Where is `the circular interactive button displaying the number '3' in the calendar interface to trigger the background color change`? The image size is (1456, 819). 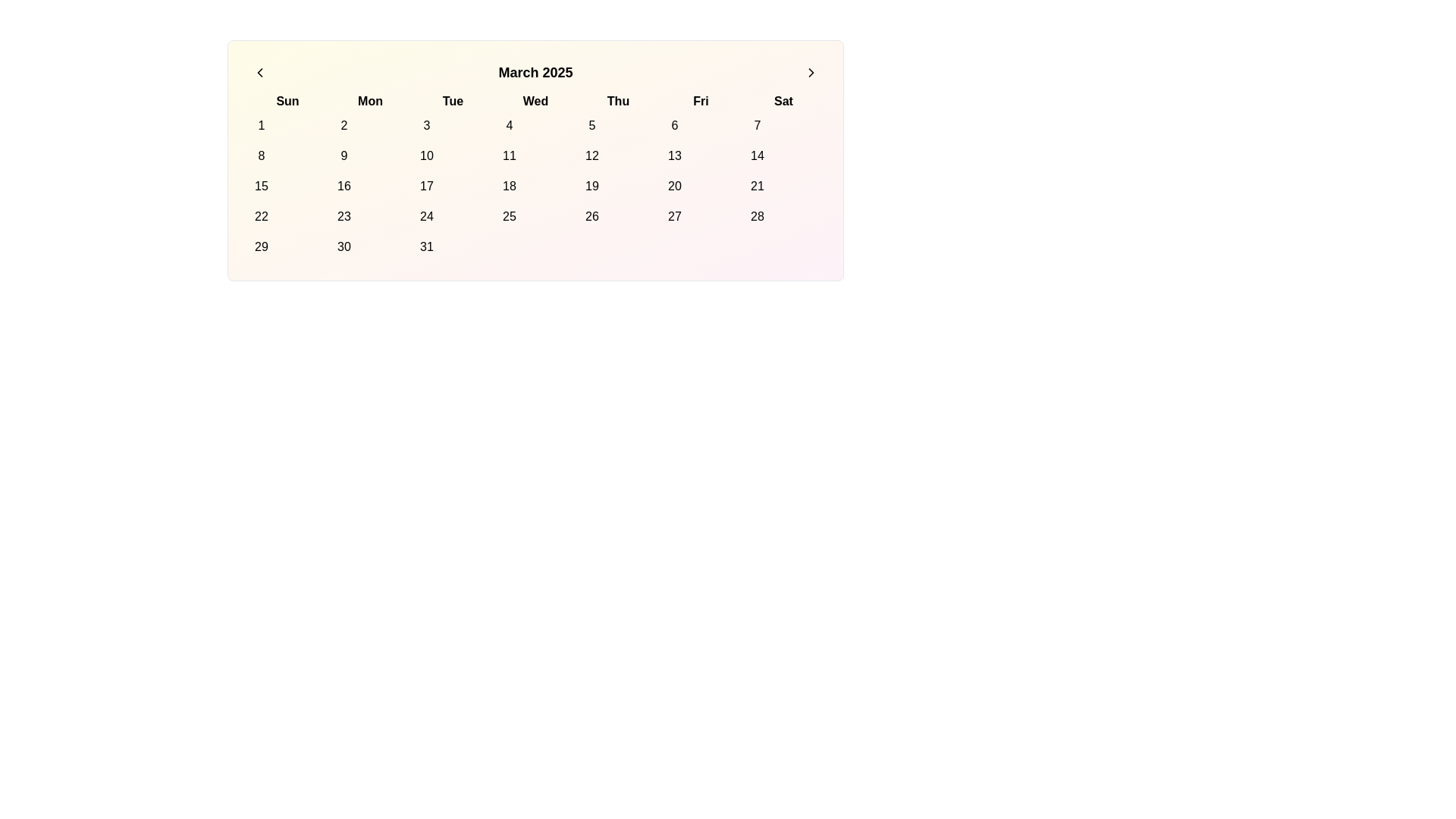 the circular interactive button displaying the number '3' in the calendar interface to trigger the background color change is located at coordinates (425, 124).